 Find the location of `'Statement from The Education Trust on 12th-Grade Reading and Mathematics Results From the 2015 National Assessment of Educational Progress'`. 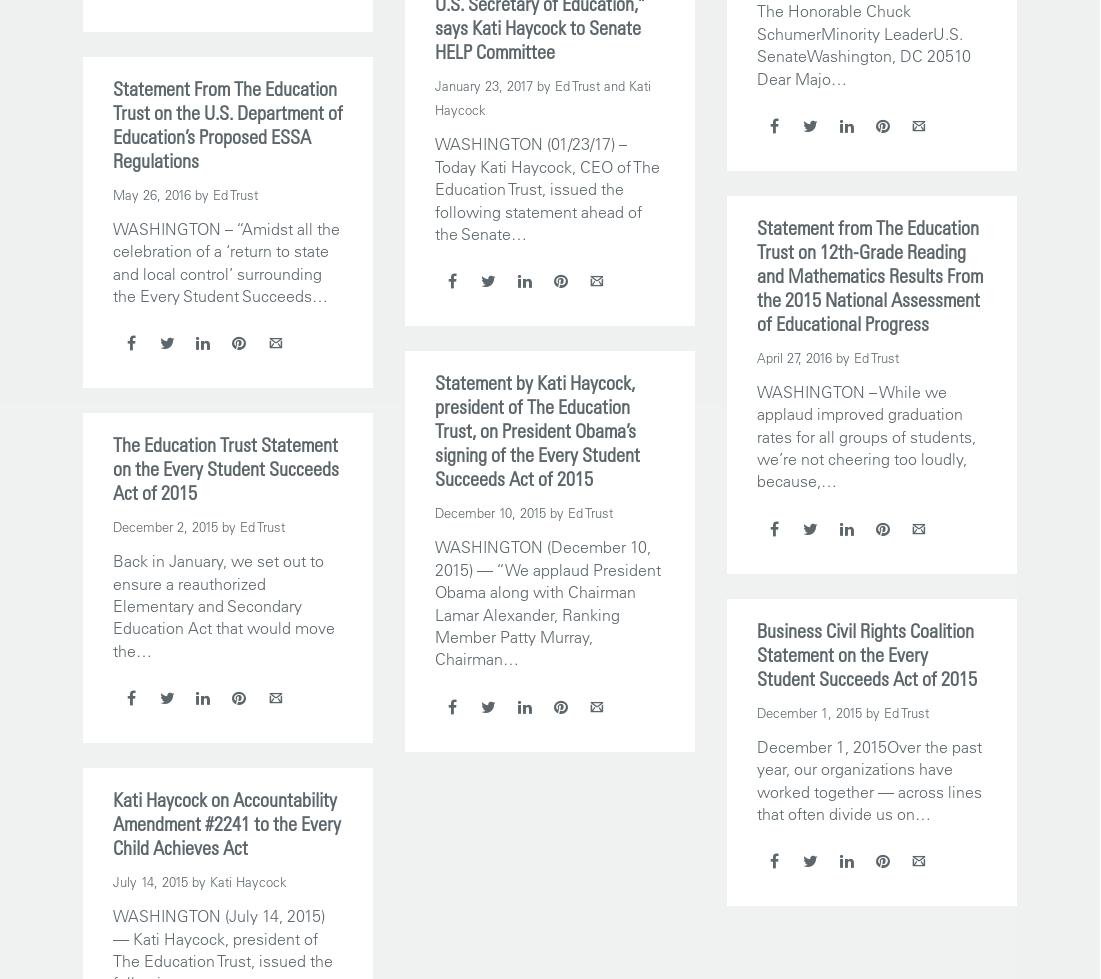

'Statement from The Education Trust on 12th-Grade Reading and Mathematics Results From the 2015 National Assessment of Educational Progress' is located at coordinates (868, 274).